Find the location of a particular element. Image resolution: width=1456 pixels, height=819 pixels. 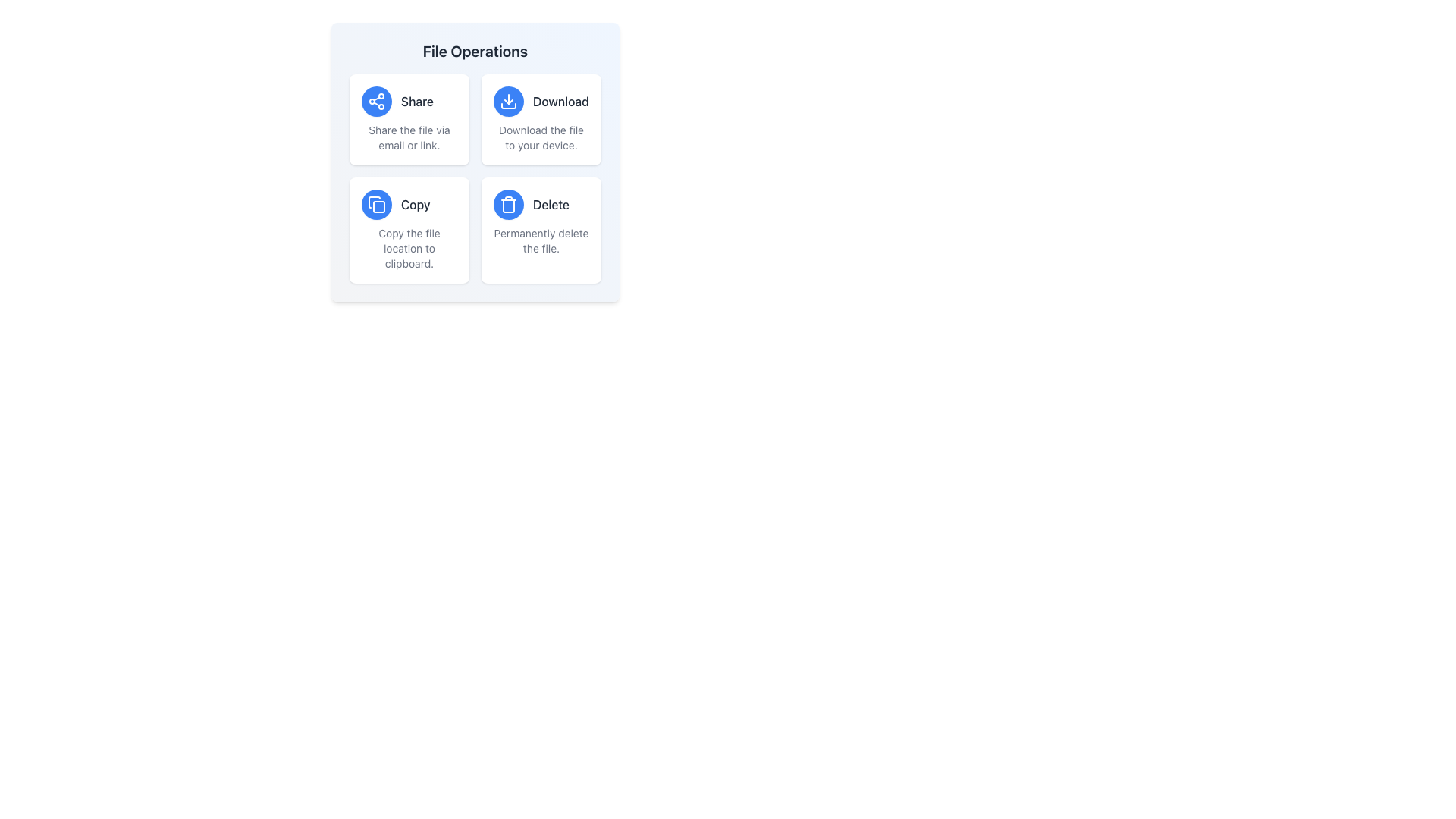

the 'Download' button, which is a blue circular icon with a download arrow and bold text in dark gray, positioned in the top-right corner of a 2x2 grid layout is located at coordinates (541, 119).